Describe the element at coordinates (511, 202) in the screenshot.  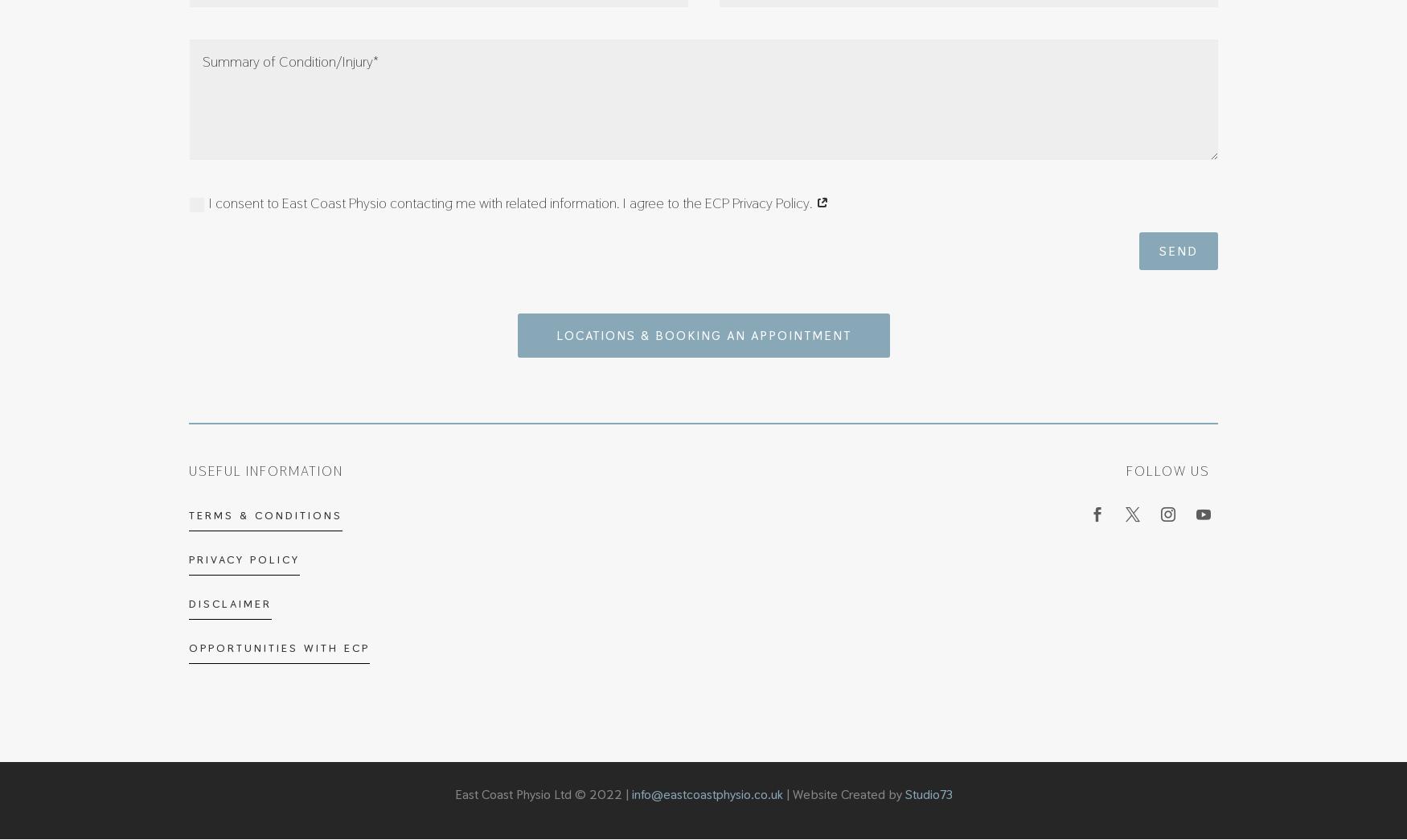
I see `'I consent to East Coast Physio contacting me with related information. I agree to the ECP Privacy Policy.'` at that location.